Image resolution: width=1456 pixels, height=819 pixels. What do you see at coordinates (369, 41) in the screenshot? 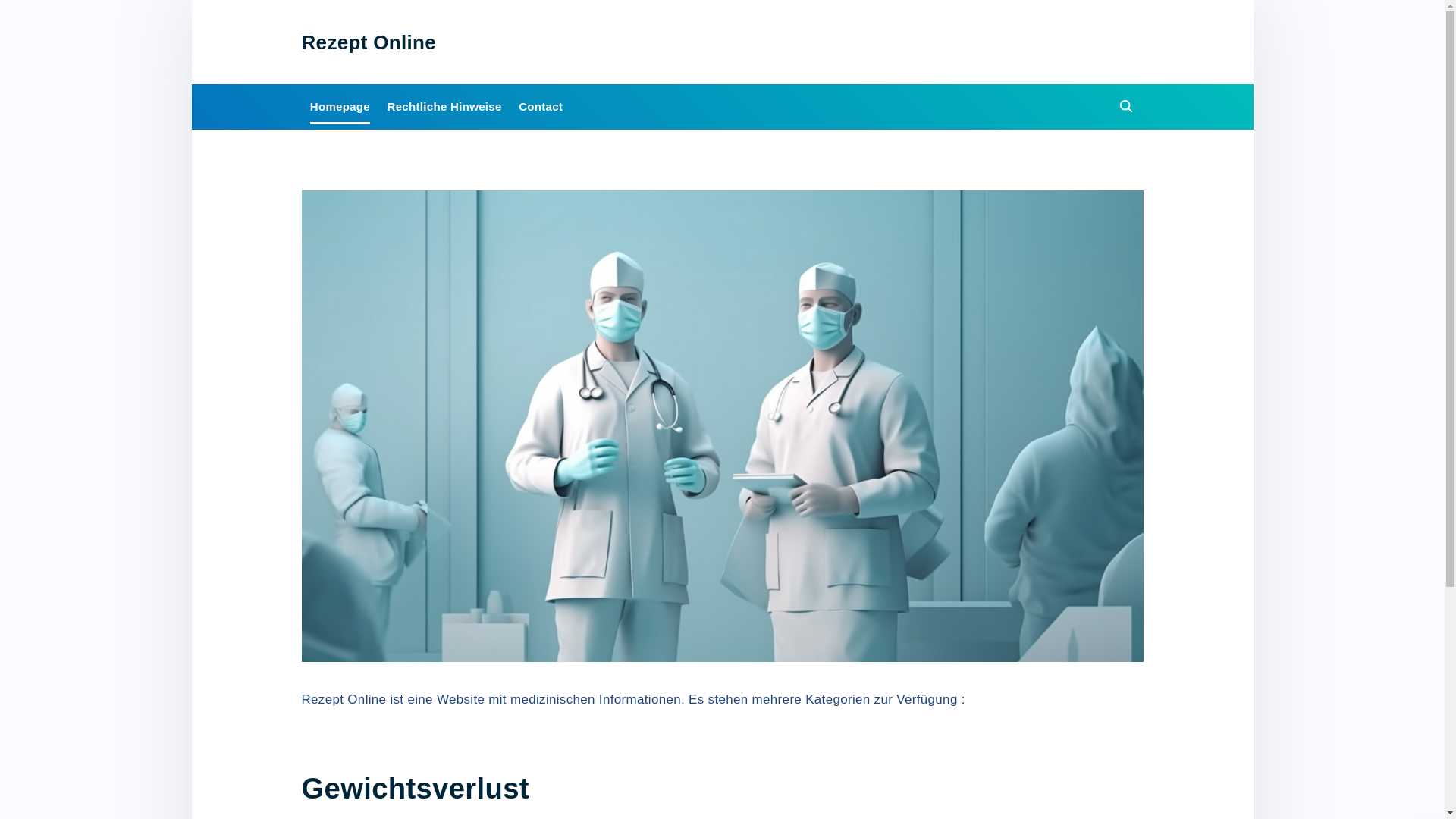
I see `'Rezept Online'` at bounding box center [369, 41].